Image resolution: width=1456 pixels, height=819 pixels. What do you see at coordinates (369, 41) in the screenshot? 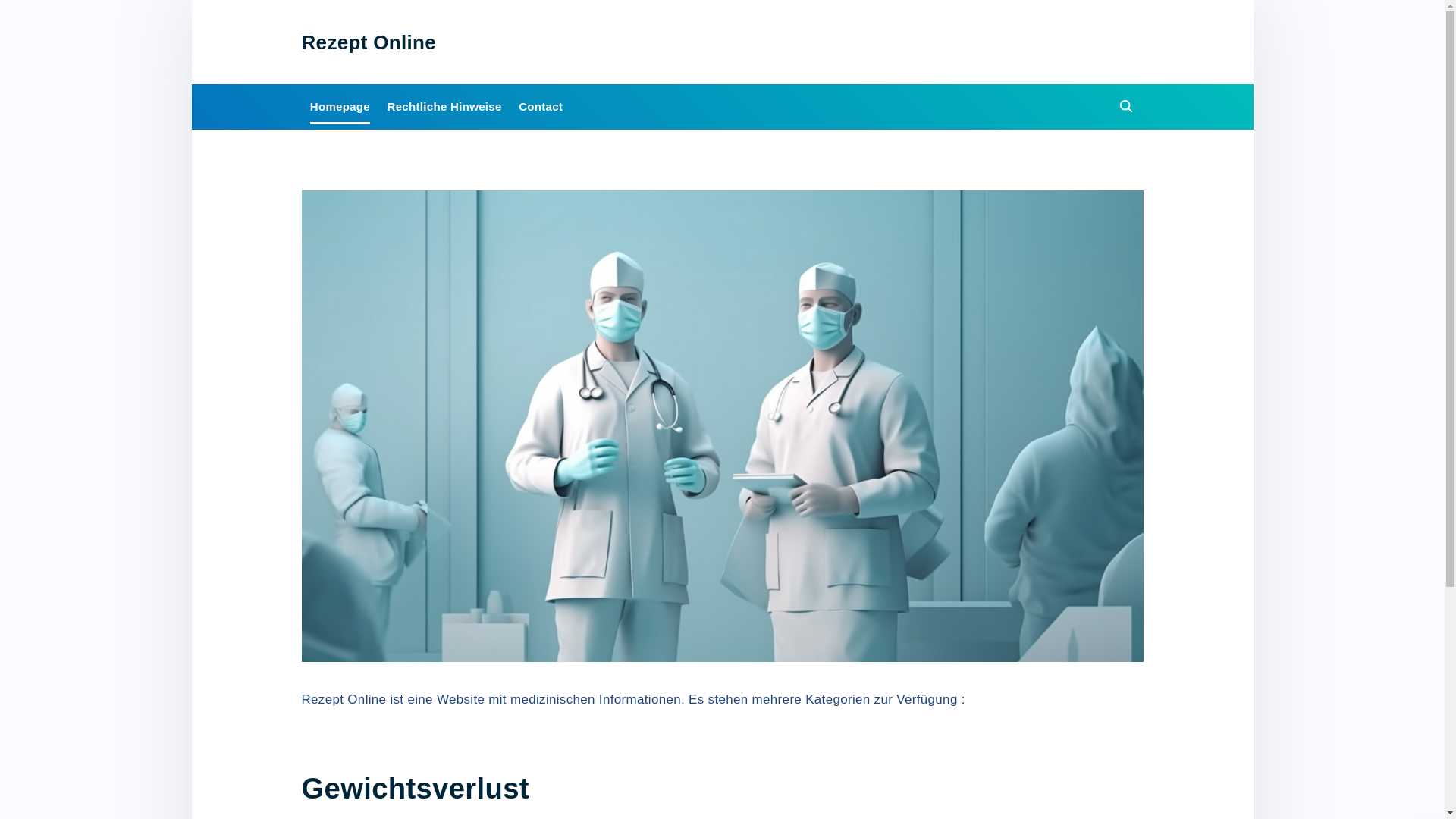
I see `'Rezept Online'` at bounding box center [369, 41].